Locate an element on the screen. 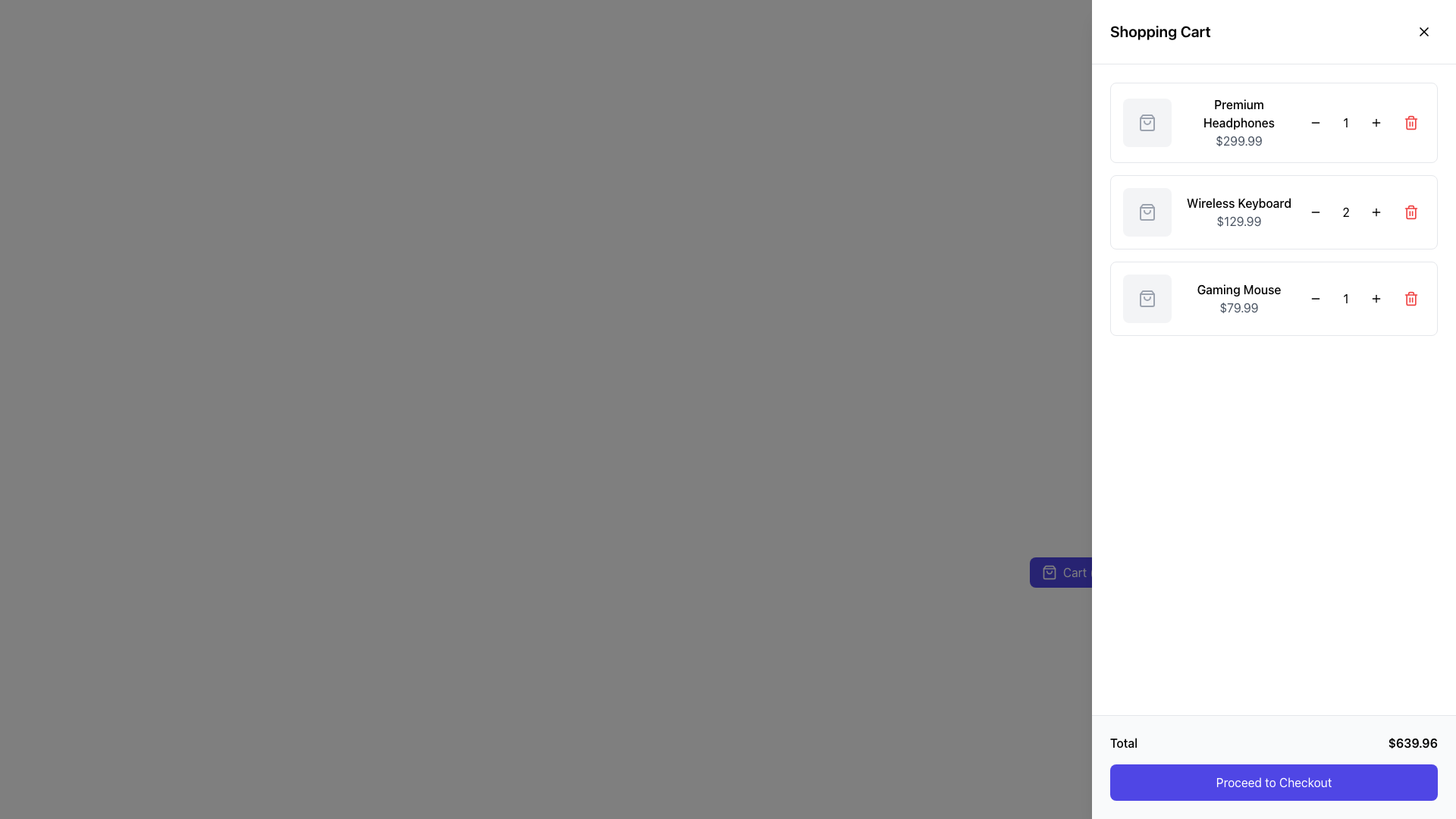 The image size is (1456, 819). the icon representing the 'Gaming Mouse' in the third row of the shopping cart panel is located at coordinates (1147, 298).